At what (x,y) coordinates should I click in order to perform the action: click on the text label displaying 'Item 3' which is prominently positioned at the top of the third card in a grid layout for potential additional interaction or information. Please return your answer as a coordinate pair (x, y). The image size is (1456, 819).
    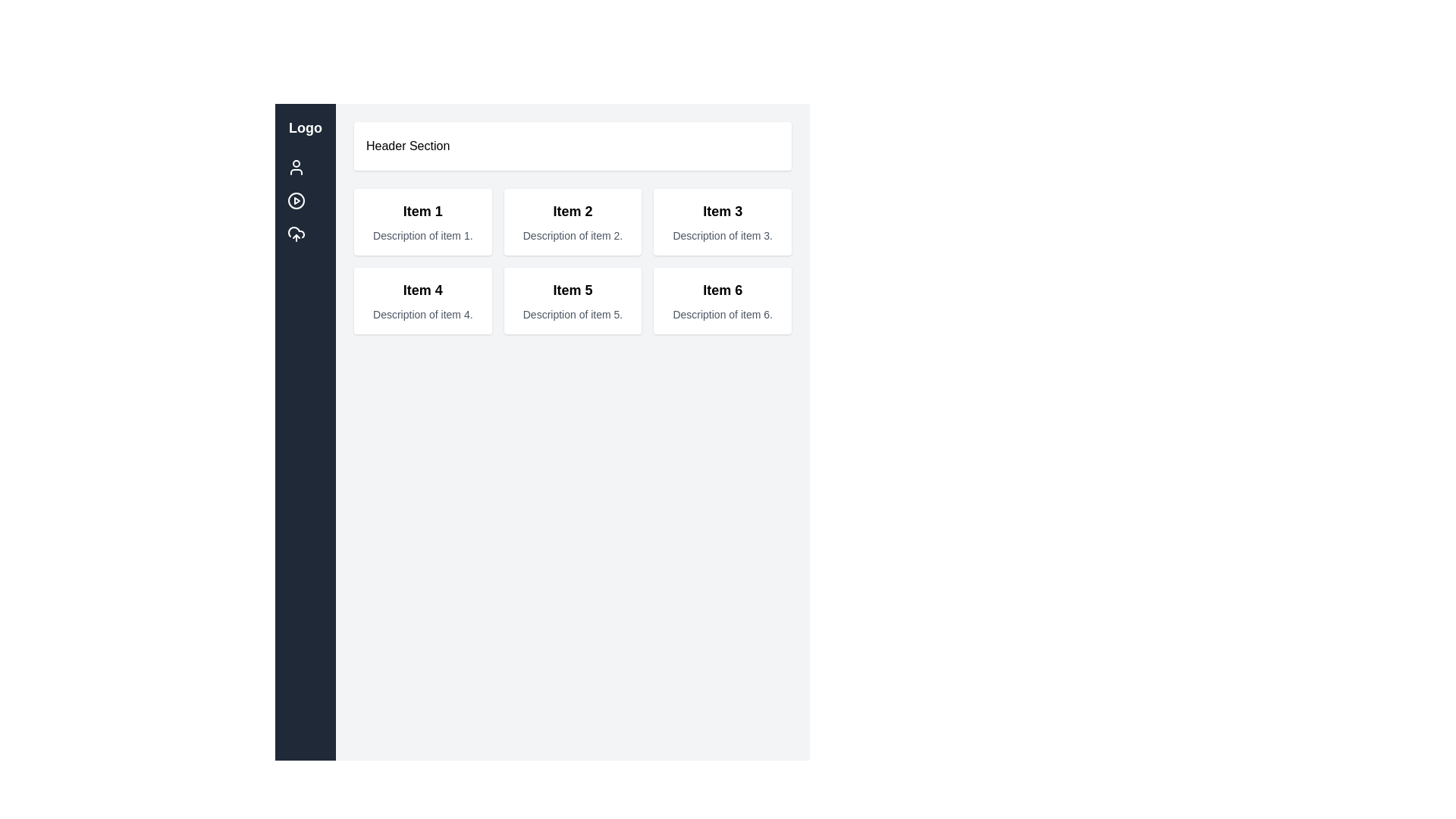
    Looking at the image, I should click on (722, 211).